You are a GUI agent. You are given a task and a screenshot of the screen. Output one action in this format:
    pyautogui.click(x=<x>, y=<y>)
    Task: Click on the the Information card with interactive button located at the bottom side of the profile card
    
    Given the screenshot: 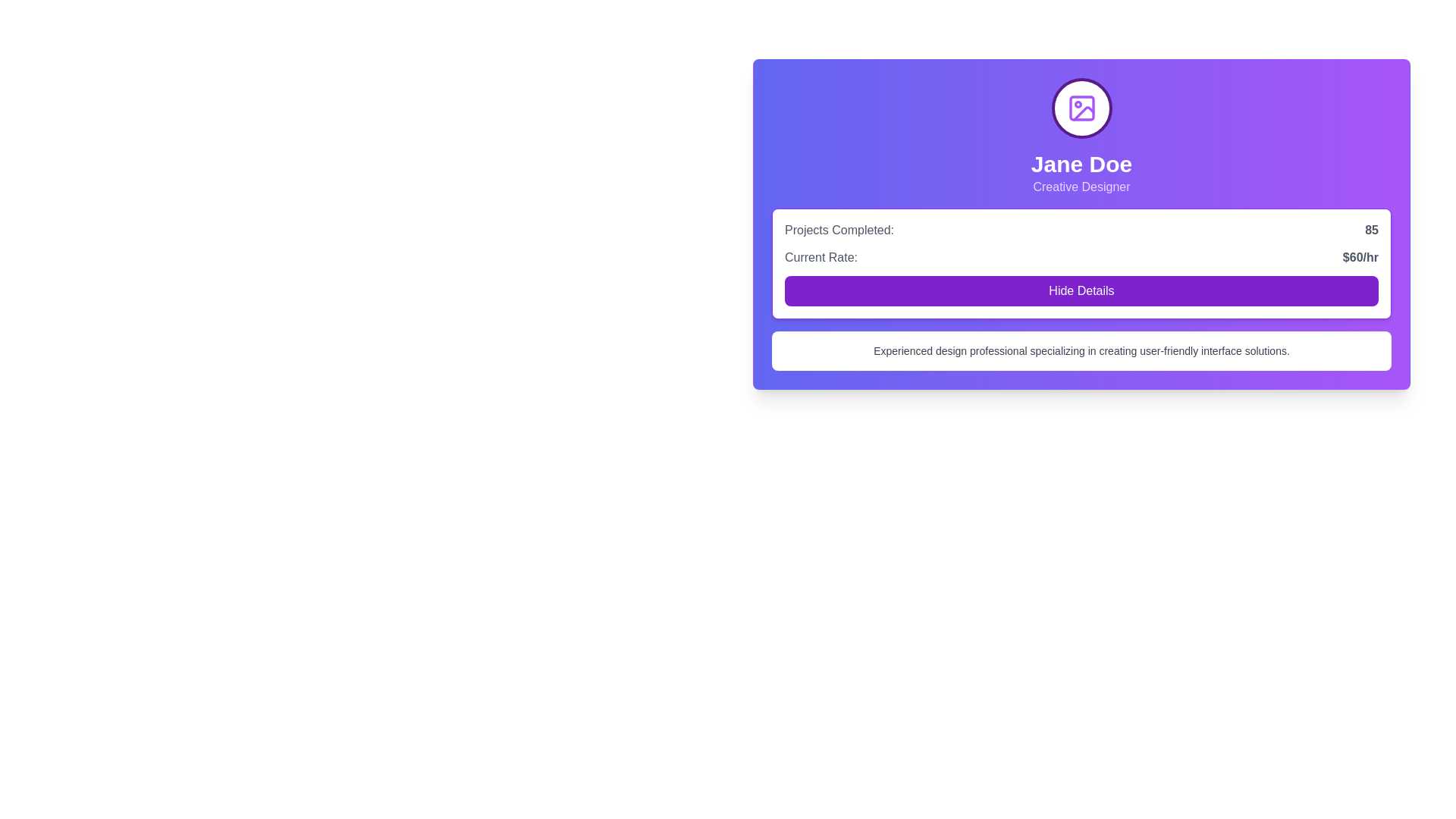 What is the action you would take?
    pyautogui.click(x=1081, y=262)
    